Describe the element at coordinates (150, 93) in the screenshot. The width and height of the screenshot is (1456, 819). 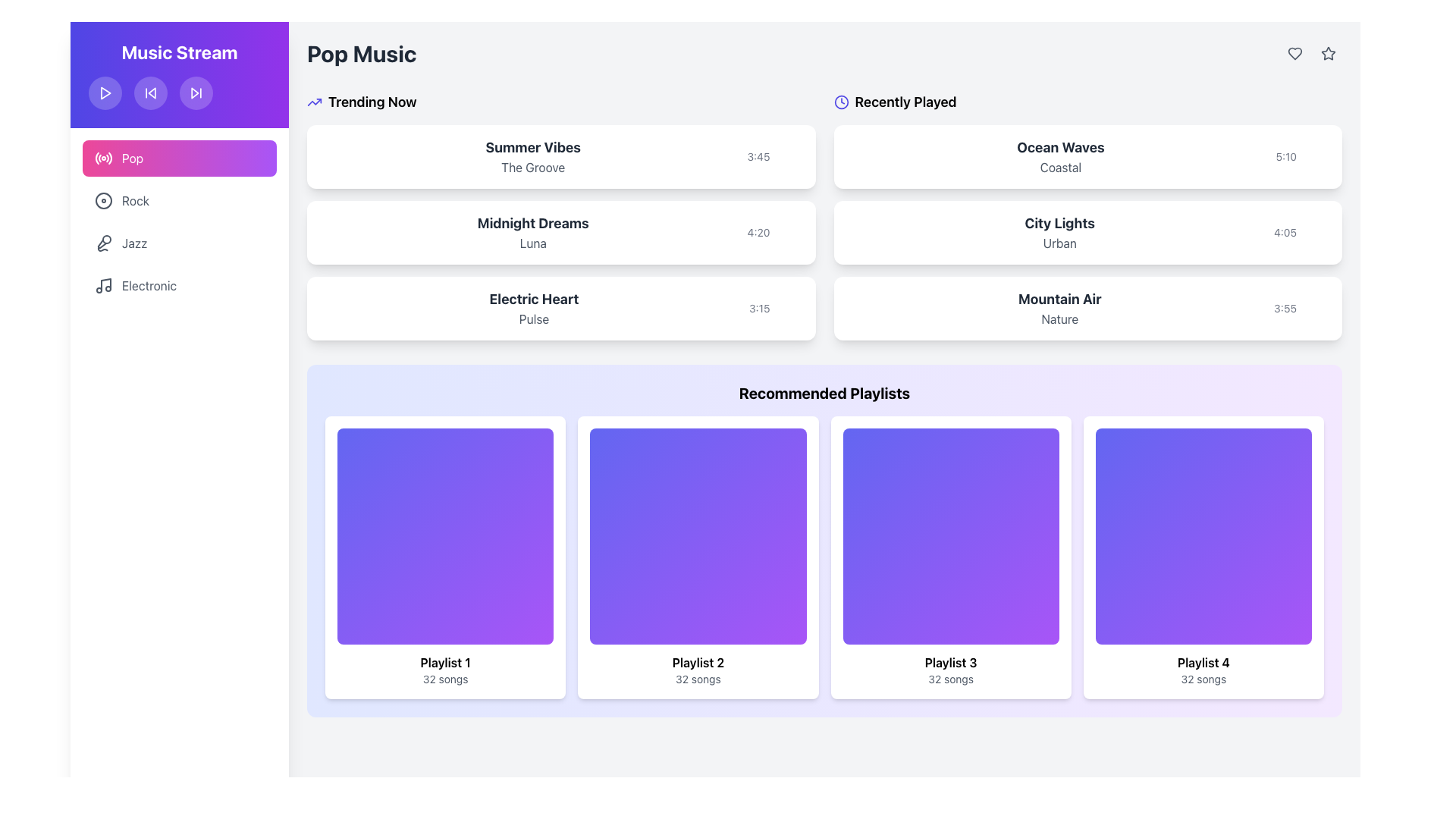
I see `the backward skip arrow button within the circular button to observe the hover transition effect` at that location.